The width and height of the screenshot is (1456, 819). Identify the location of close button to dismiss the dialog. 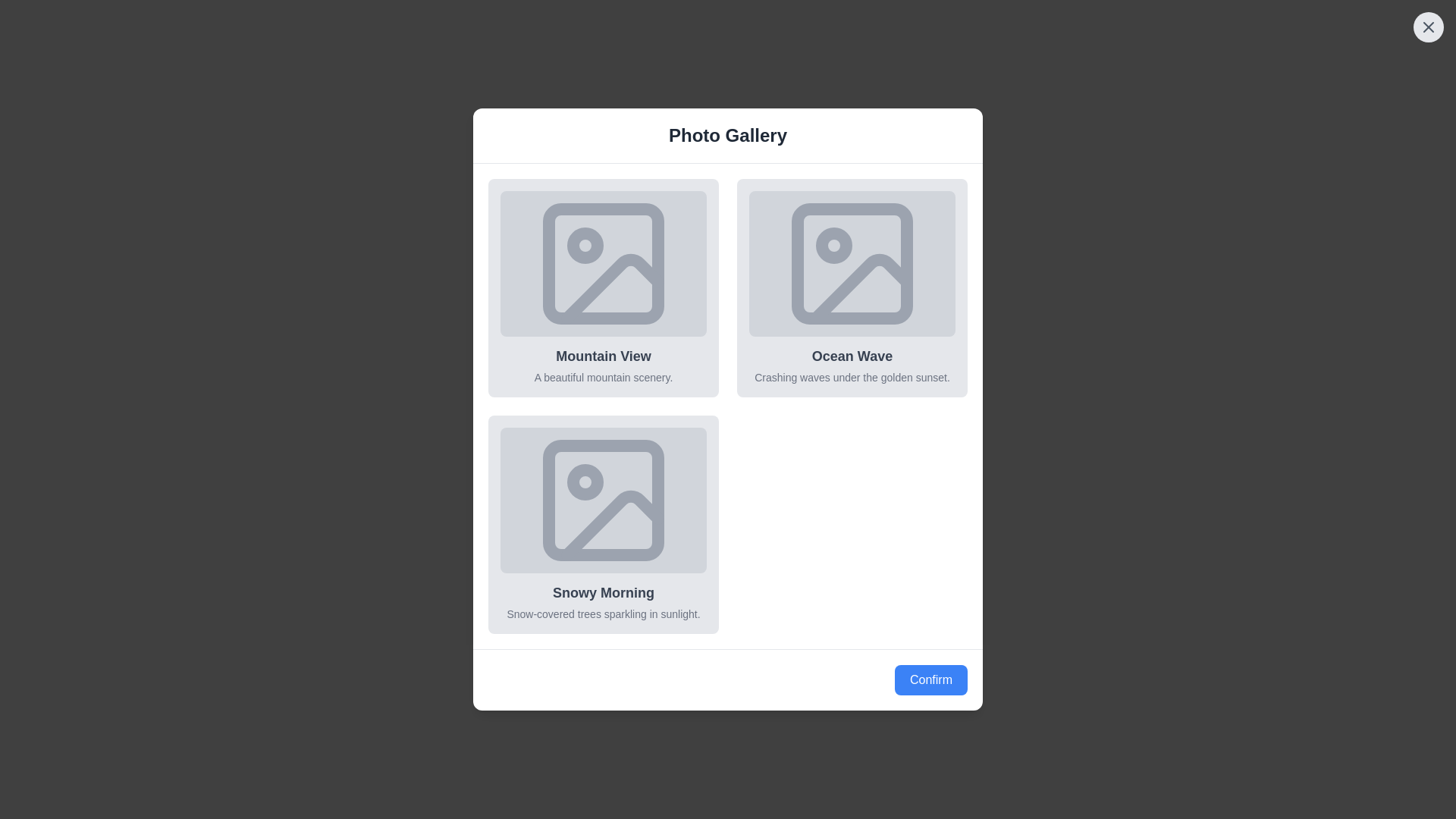
(1427, 27).